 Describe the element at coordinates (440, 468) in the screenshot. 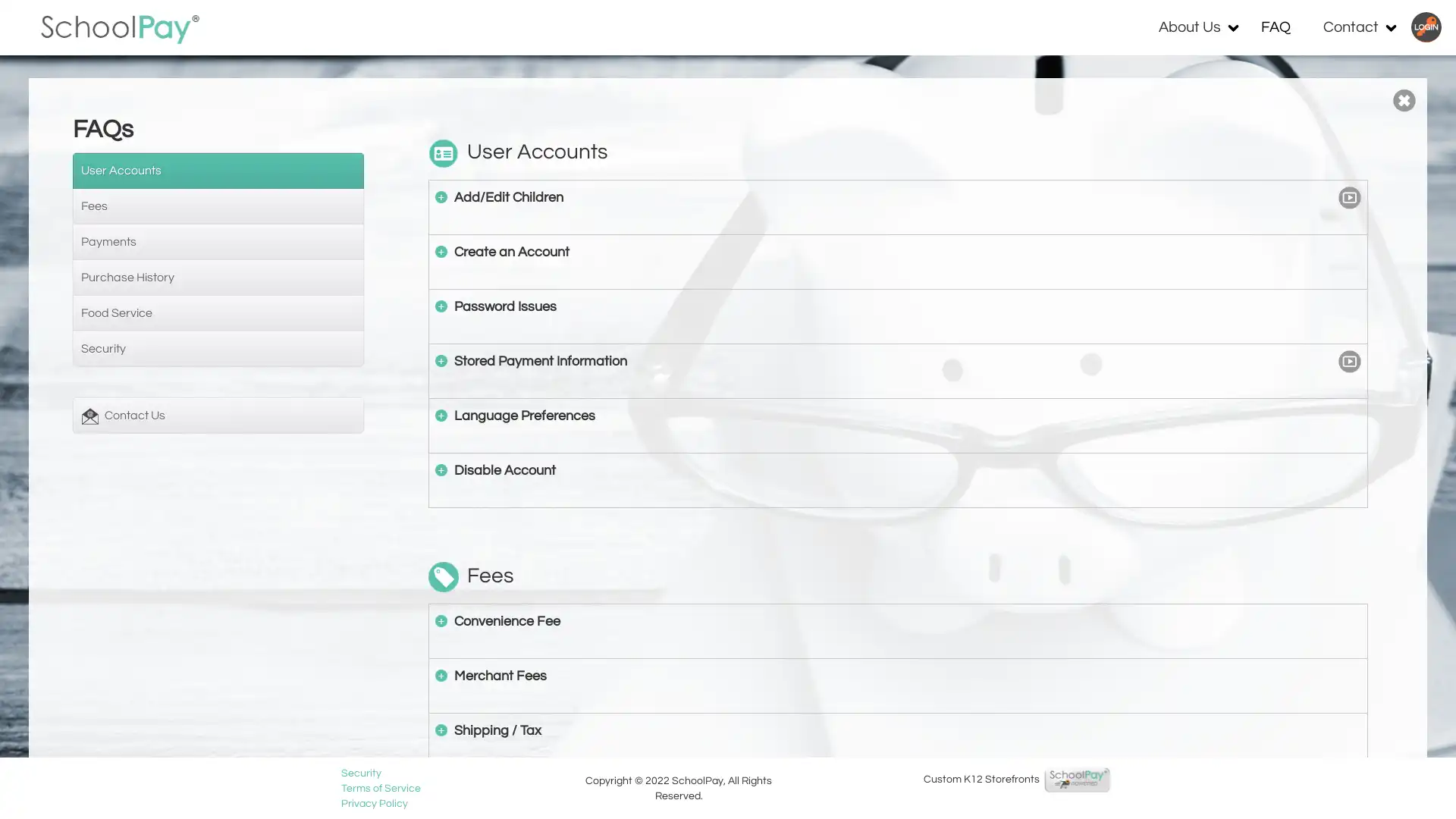

I see `Disable Your Account` at that location.